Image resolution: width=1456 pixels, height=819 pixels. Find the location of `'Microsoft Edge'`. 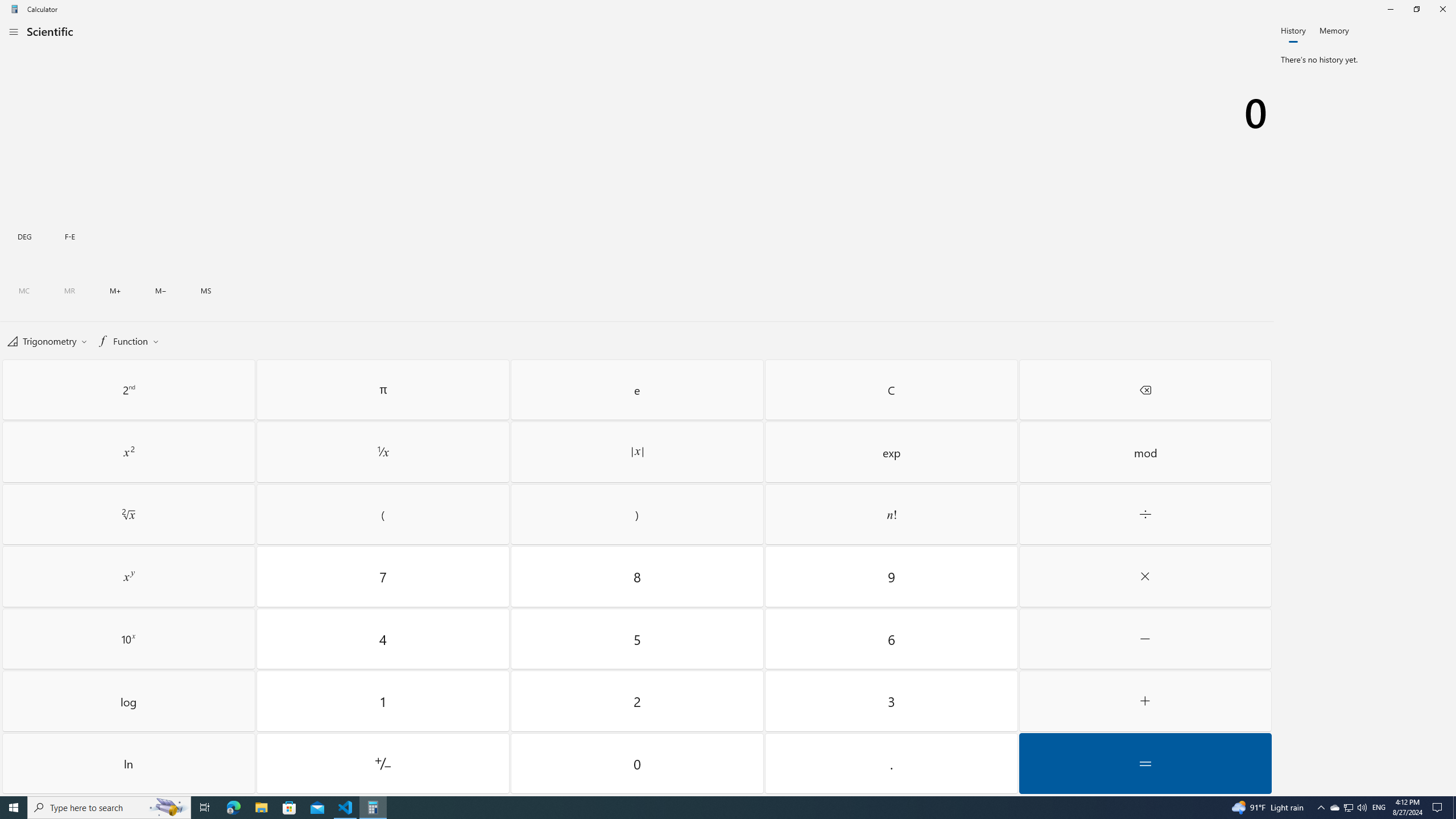

'Microsoft Edge' is located at coordinates (233, 806).